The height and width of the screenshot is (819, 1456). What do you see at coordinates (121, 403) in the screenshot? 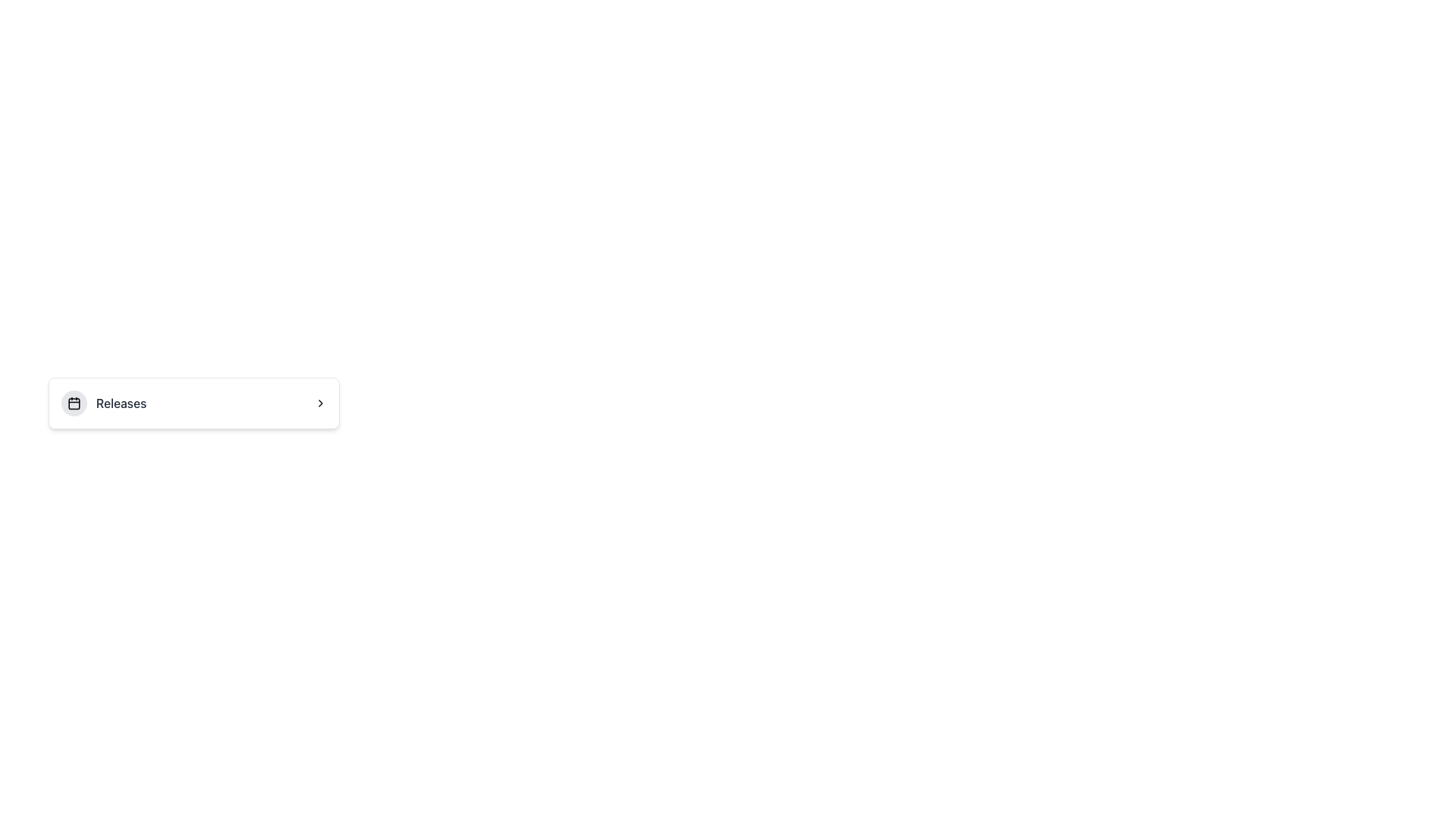
I see `Text Label indicating a section or feature related to releases, positioned to the right of a calendar icon in a horizontal list-like group` at bounding box center [121, 403].